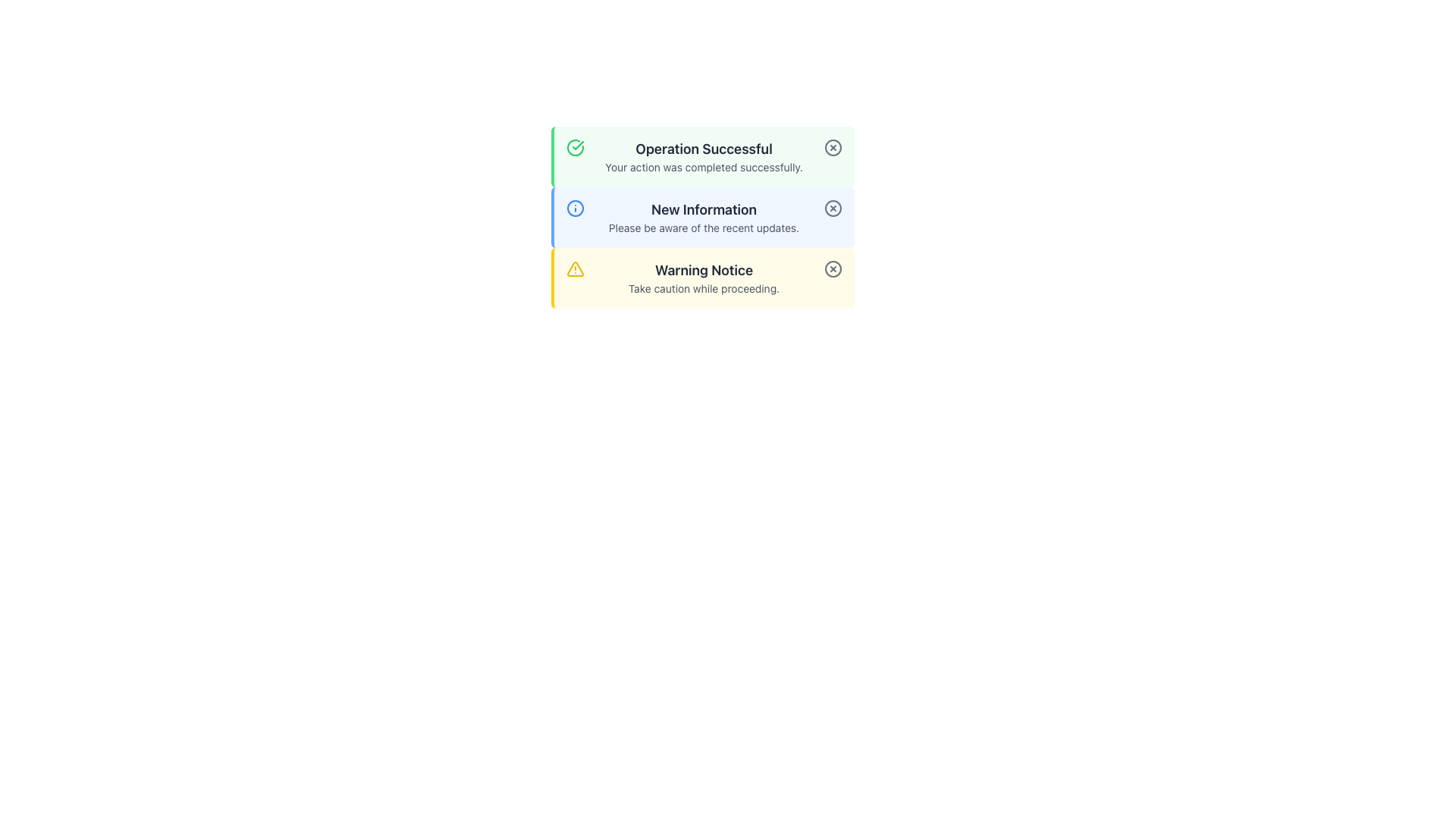 The height and width of the screenshot is (819, 1456). What do you see at coordinates (832, 208) in the screenshot?
I see `the close button (small circular icon with a gray border and an embedded cross symbol) at the right end of the 'New Information' notification card` at bounding box center [832, 208].